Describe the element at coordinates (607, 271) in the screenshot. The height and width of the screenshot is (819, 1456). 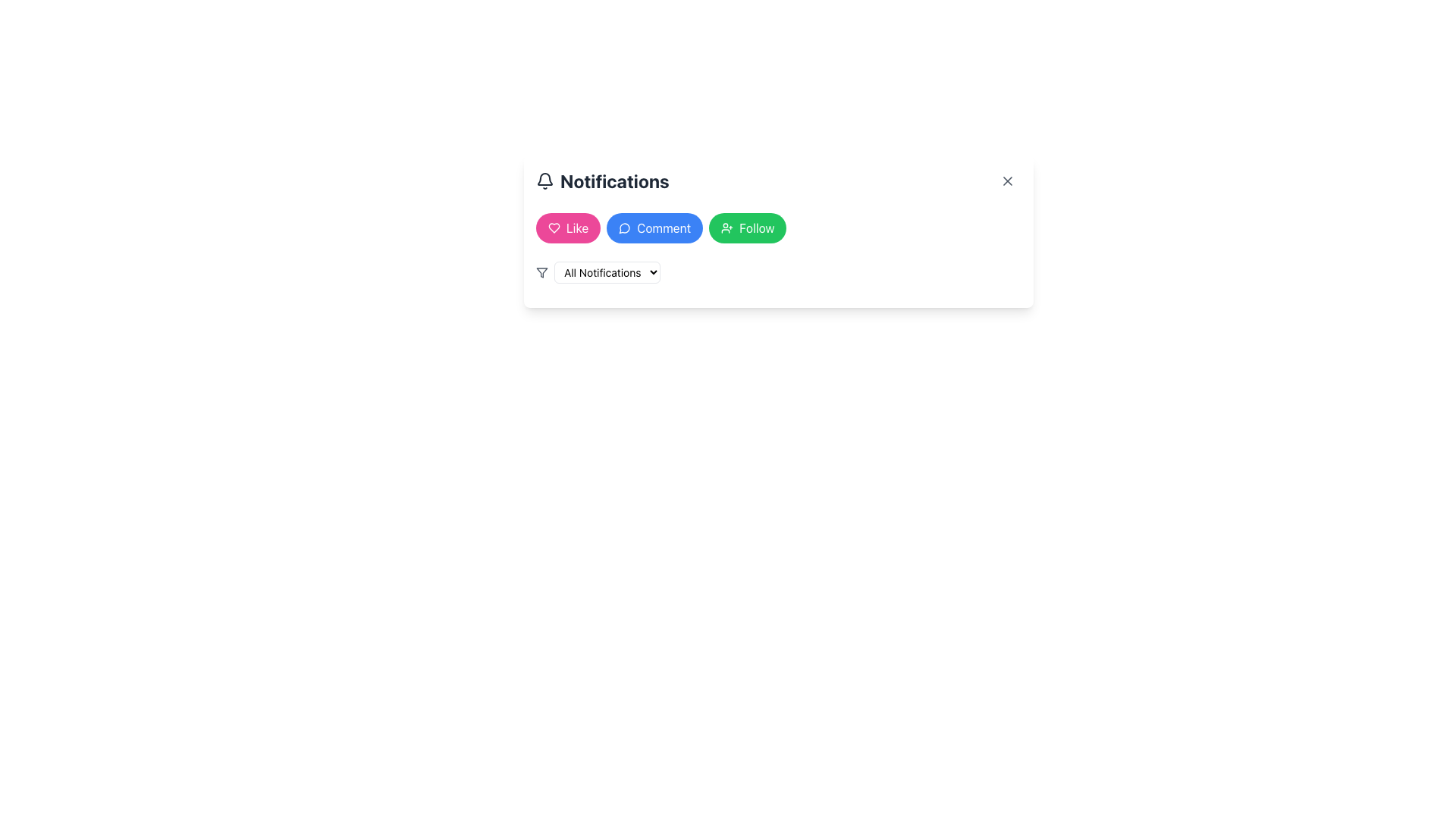
I see `the dropdown menu labeled 'All Notifications'` at that location.